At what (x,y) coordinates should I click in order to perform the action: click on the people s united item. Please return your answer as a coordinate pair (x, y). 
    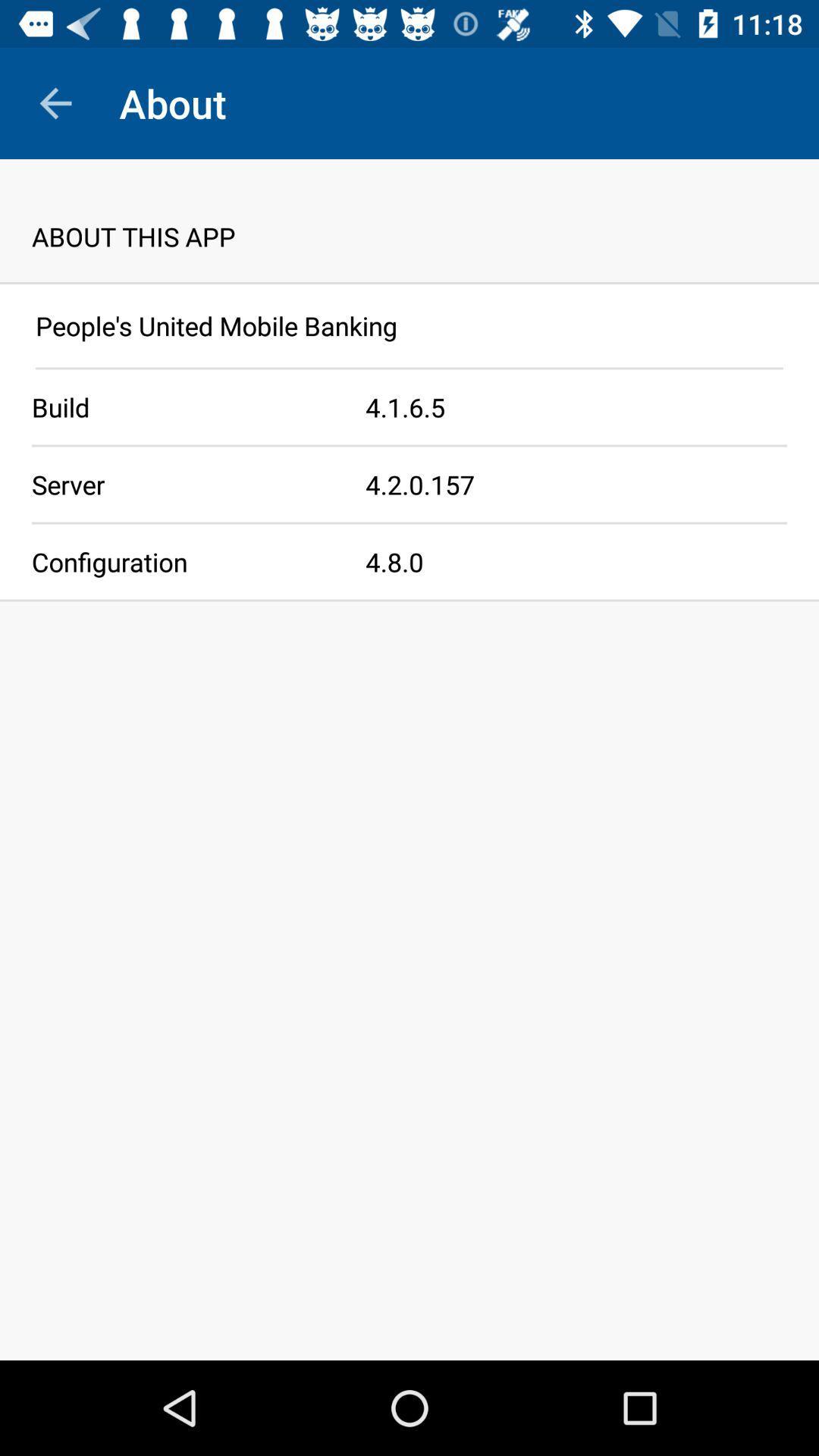
    Looking at the image, I should click on (409, 325).